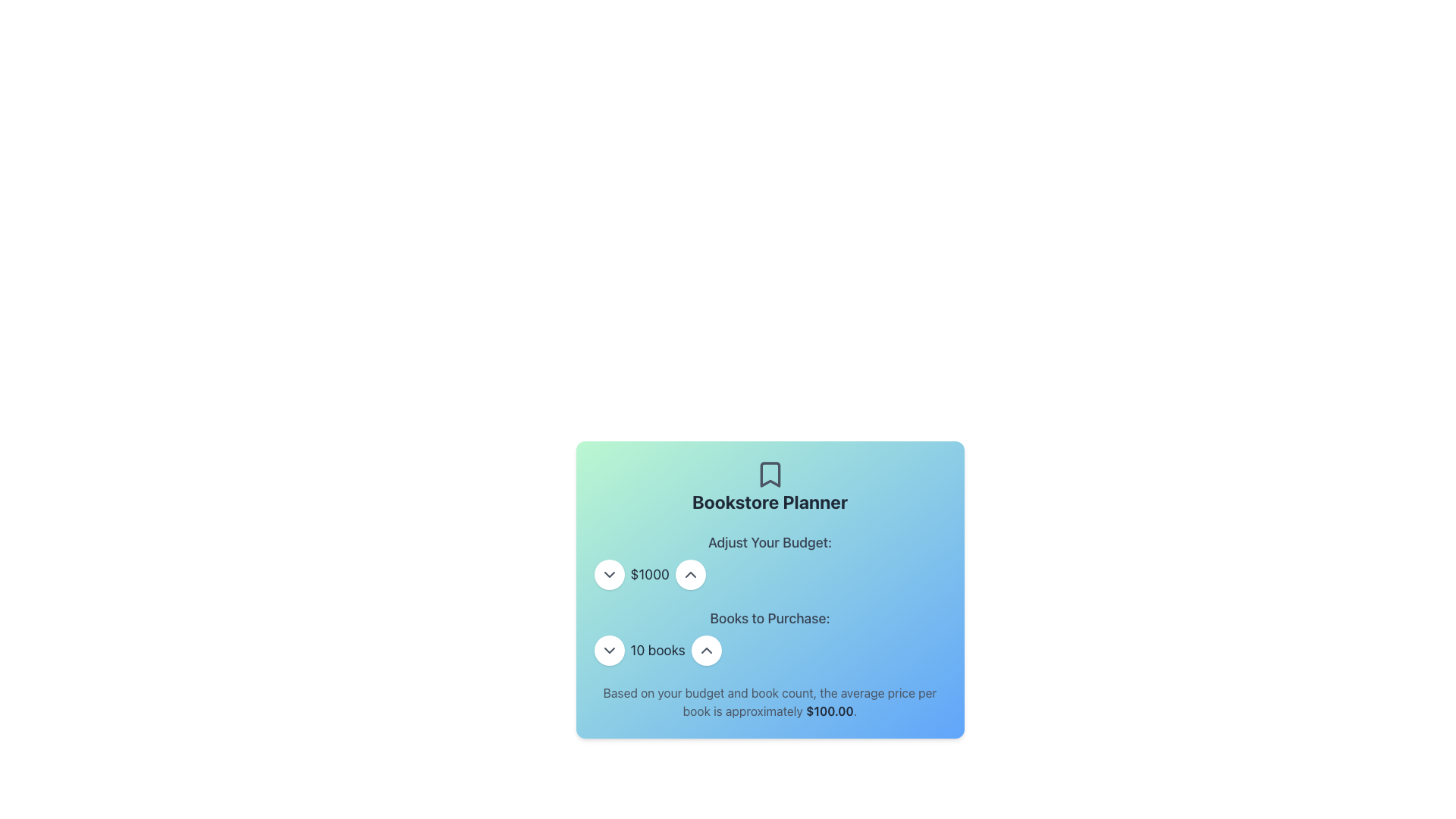  I want to click on the Interactive labeled value selector to adjust either the budget or the book count, which is represented by the labels 'Adjust Your Budget:' and 'Books to Purchase:' with corresponding values, so click(770, 598).